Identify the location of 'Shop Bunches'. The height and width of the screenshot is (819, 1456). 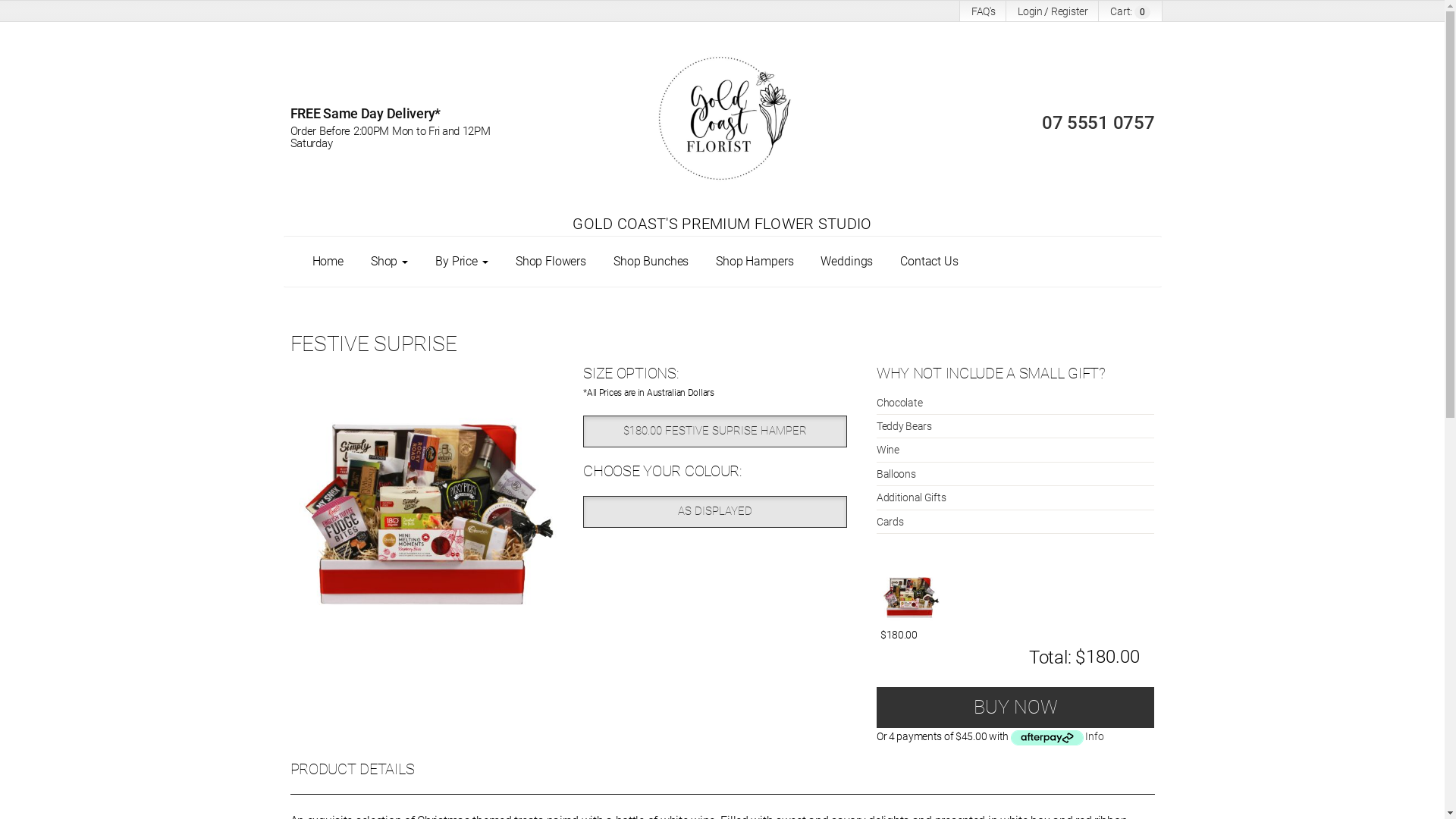
(651, 260).